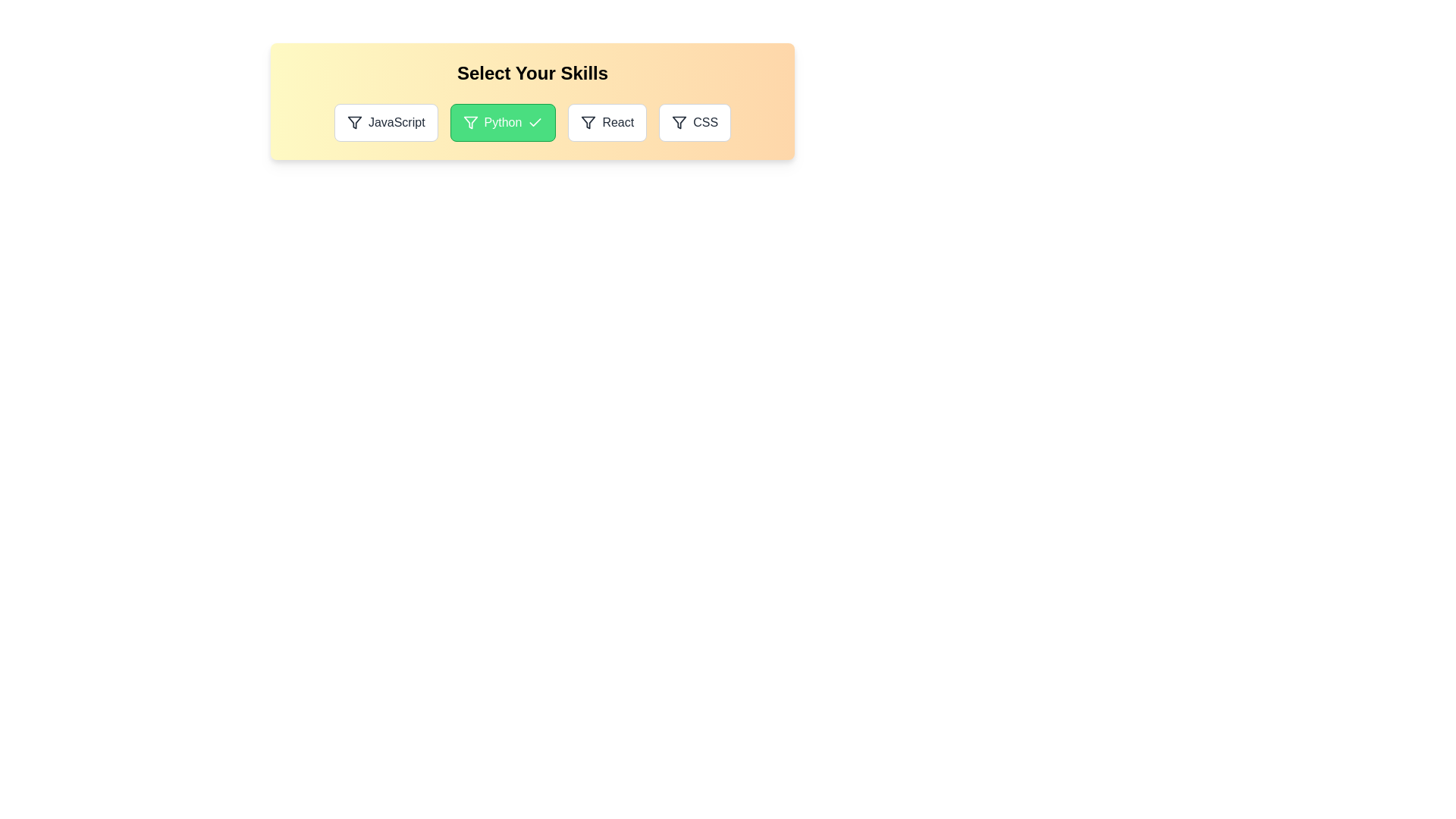 Image resolution: width=1456 pixels, height=819 pixels. Describe the element at coordinates (694, 122) in the screenshot. I see `the skill CSS` at that location.